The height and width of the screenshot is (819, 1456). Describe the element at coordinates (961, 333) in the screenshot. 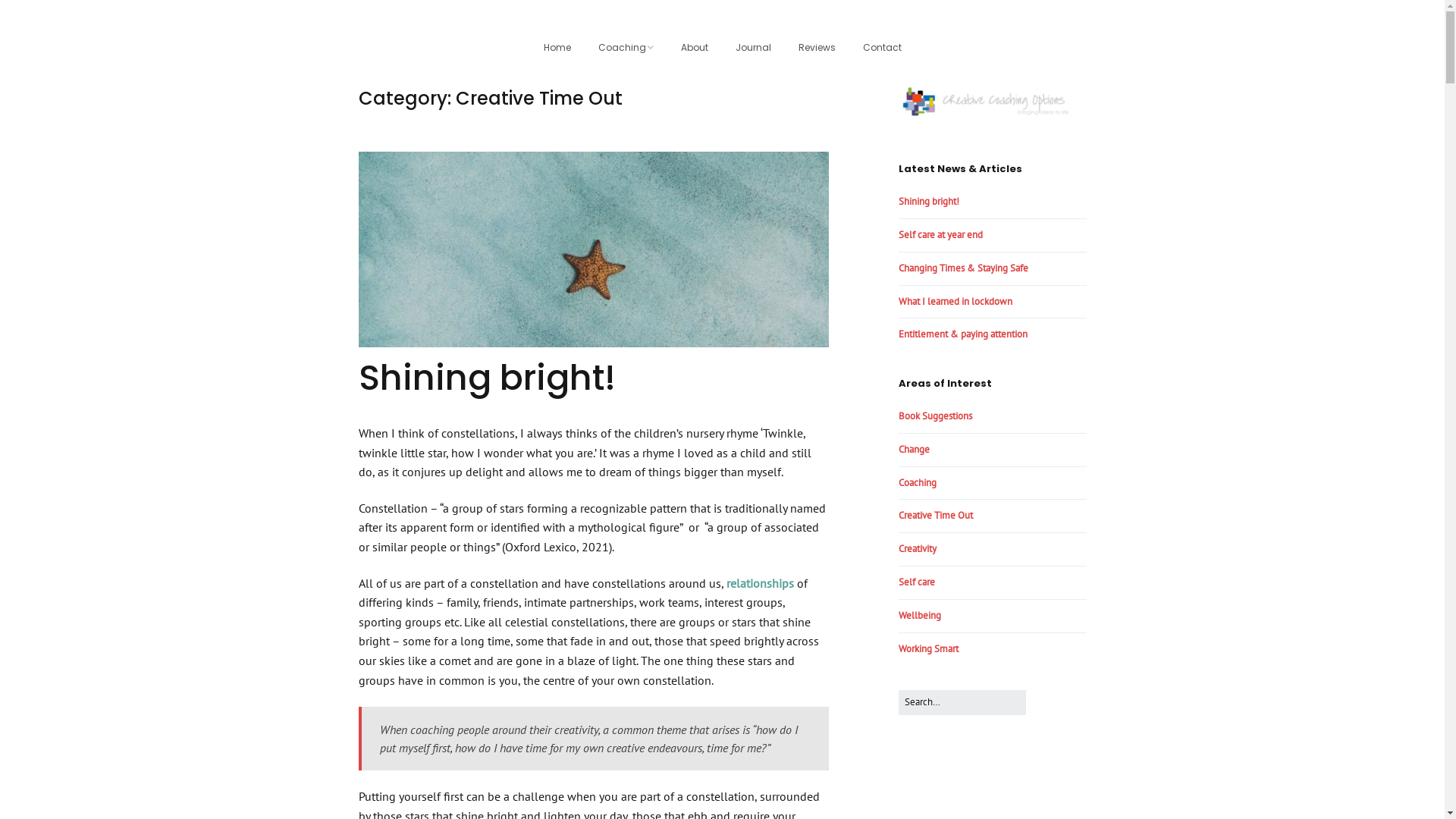

I see `'Entitlement & paying attention'` at that location.